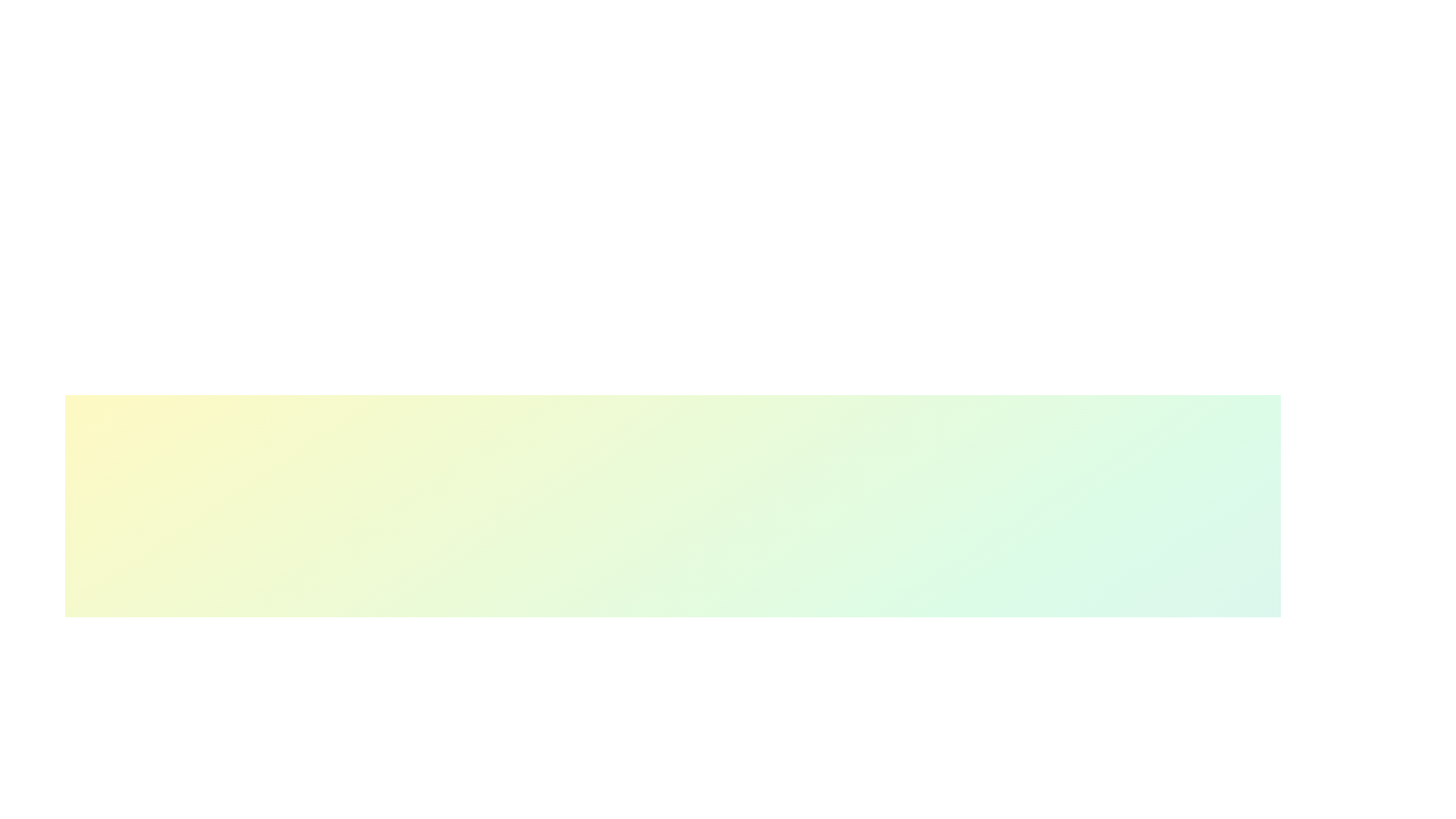 The width and height of the screenshot is (1456, 819). What do you see at coordinates (560, 810) in the screenshot?
I see `the skill progress slider for 1 to 17%` at bounding box center [560, 810].